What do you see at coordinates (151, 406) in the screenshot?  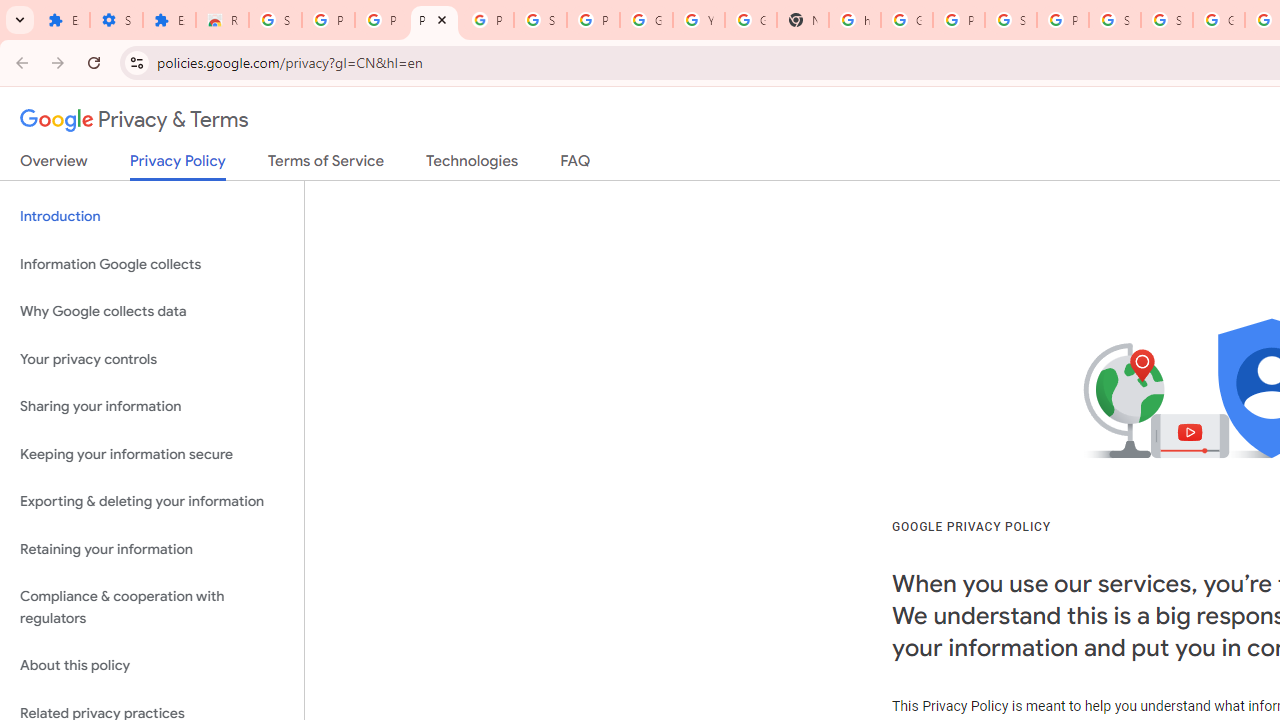 I see `'Sharing your information'` at bounding box center [151, 406].